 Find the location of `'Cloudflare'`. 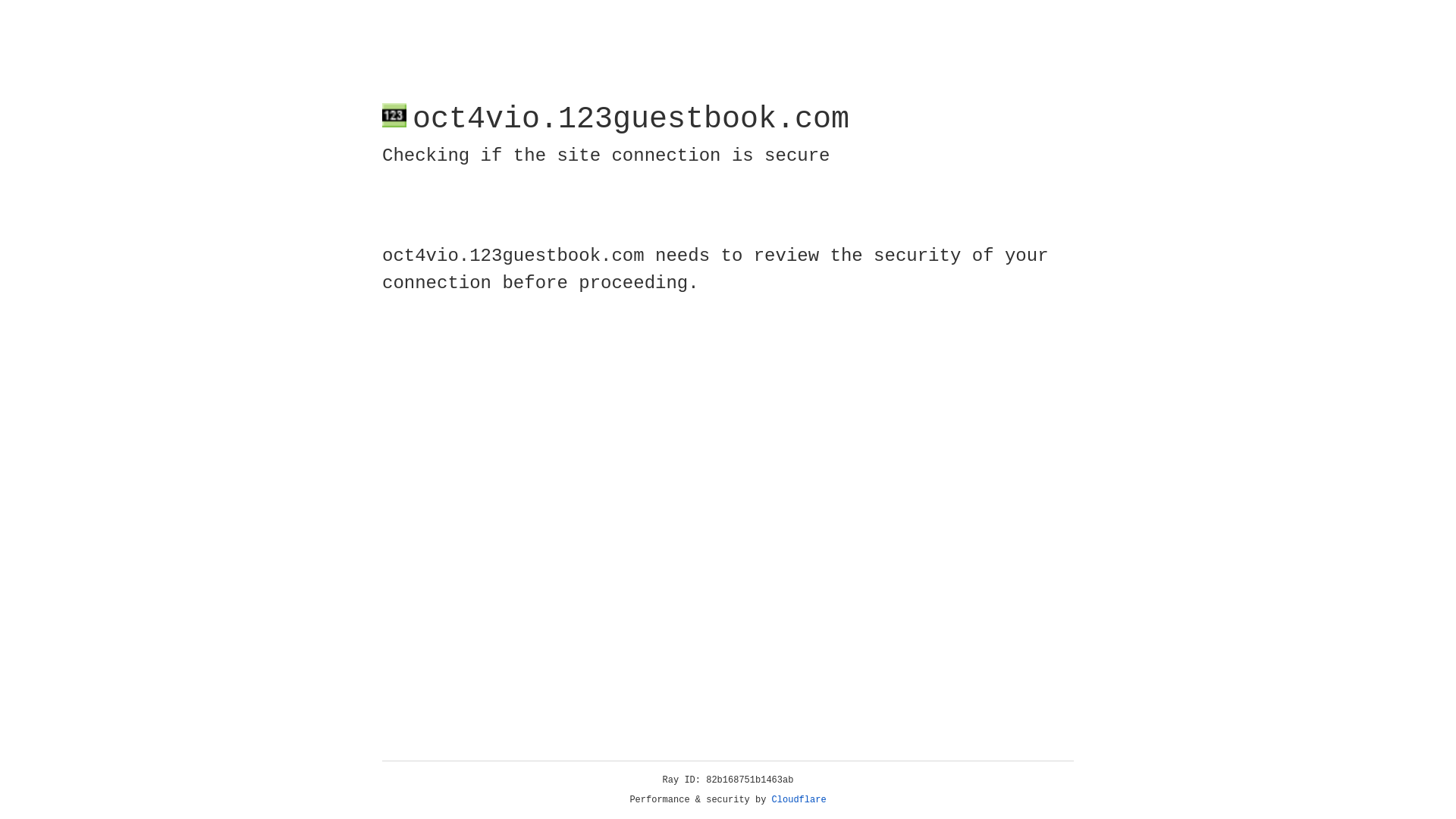

'Cloudflare' is located at coordinates (771, 799).